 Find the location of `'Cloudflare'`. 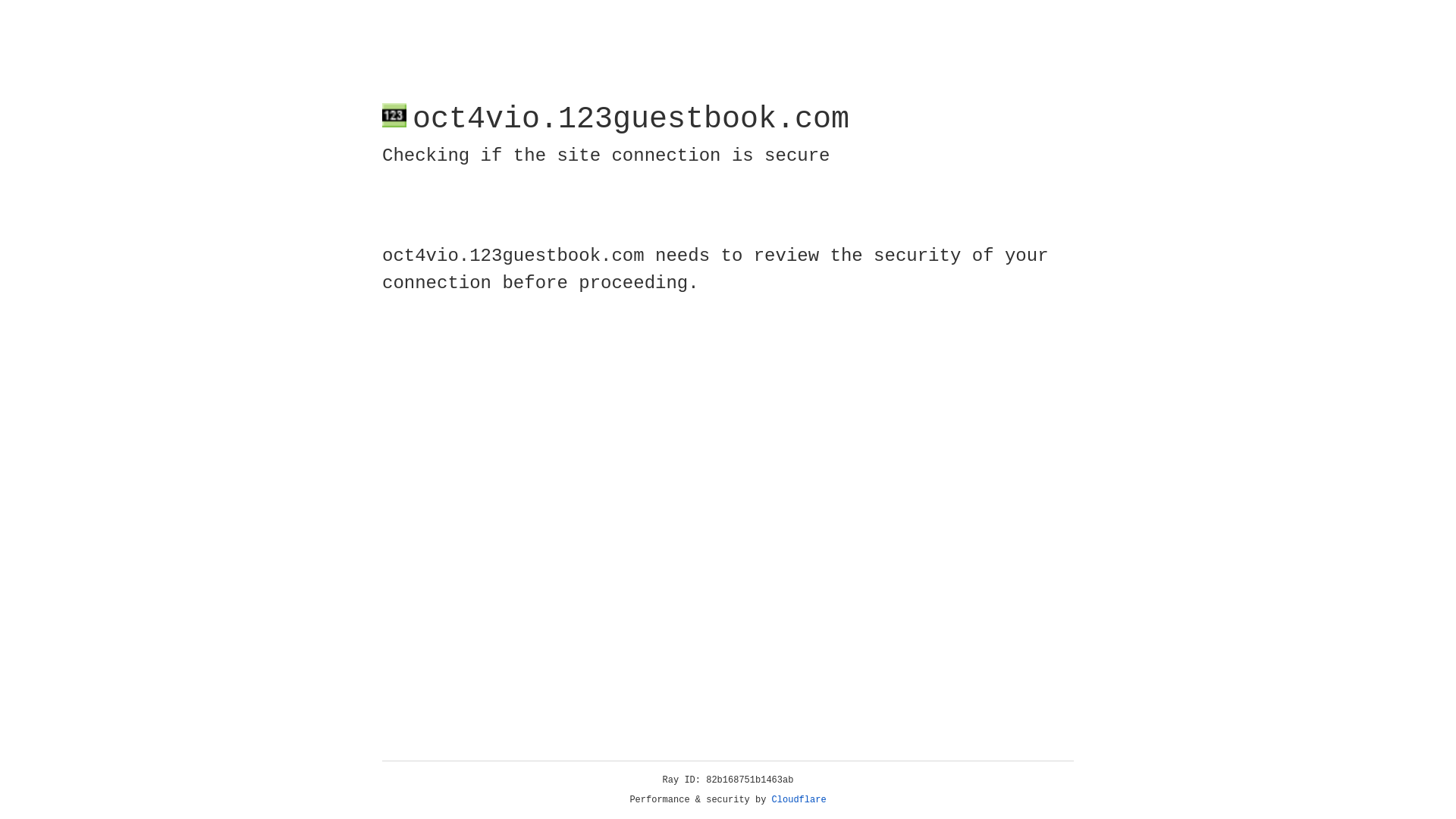

'Cloudflare' is located at coordinates (771, 799).